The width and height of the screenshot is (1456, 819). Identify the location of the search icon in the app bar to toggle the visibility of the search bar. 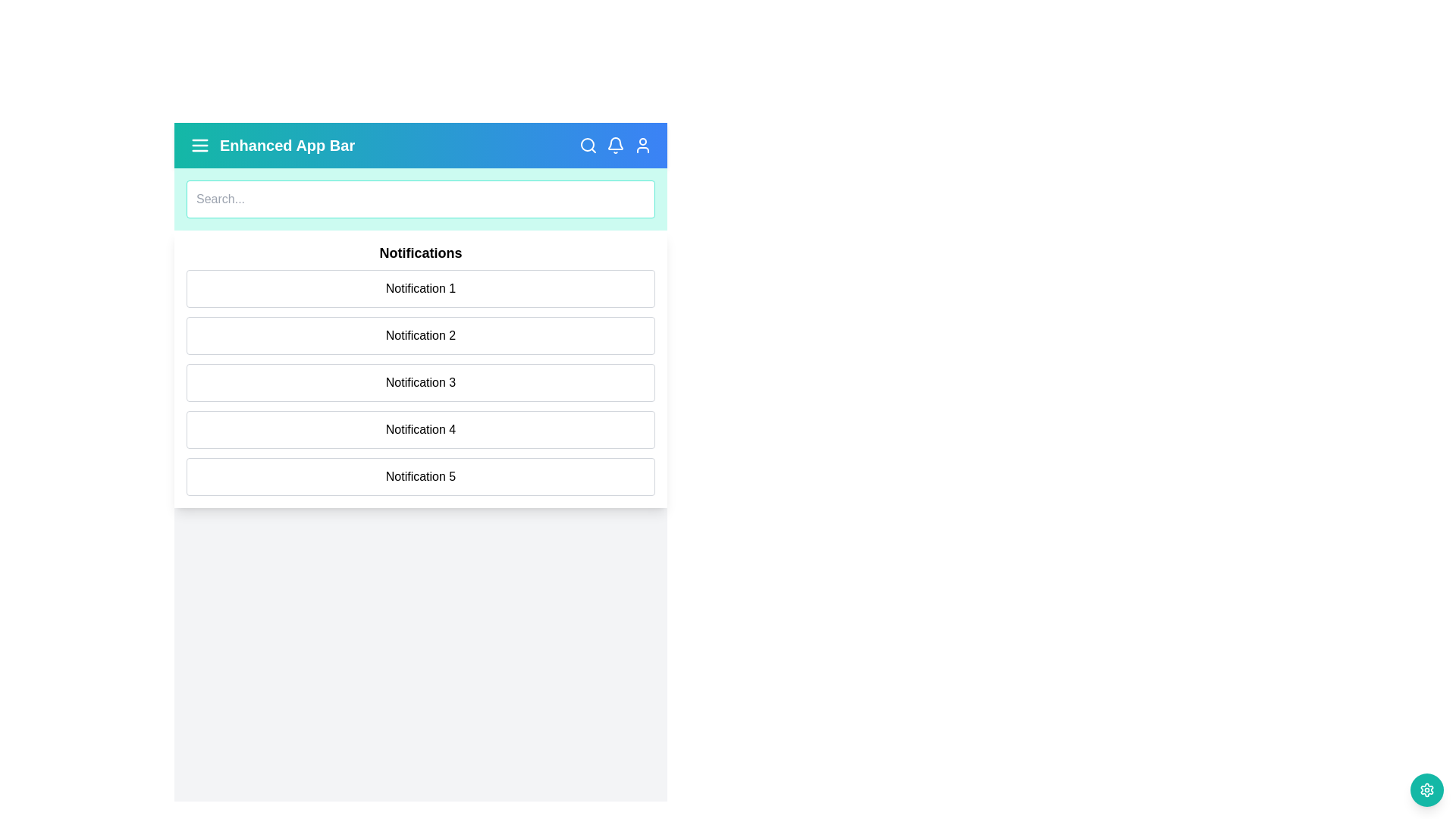
(588, 146).